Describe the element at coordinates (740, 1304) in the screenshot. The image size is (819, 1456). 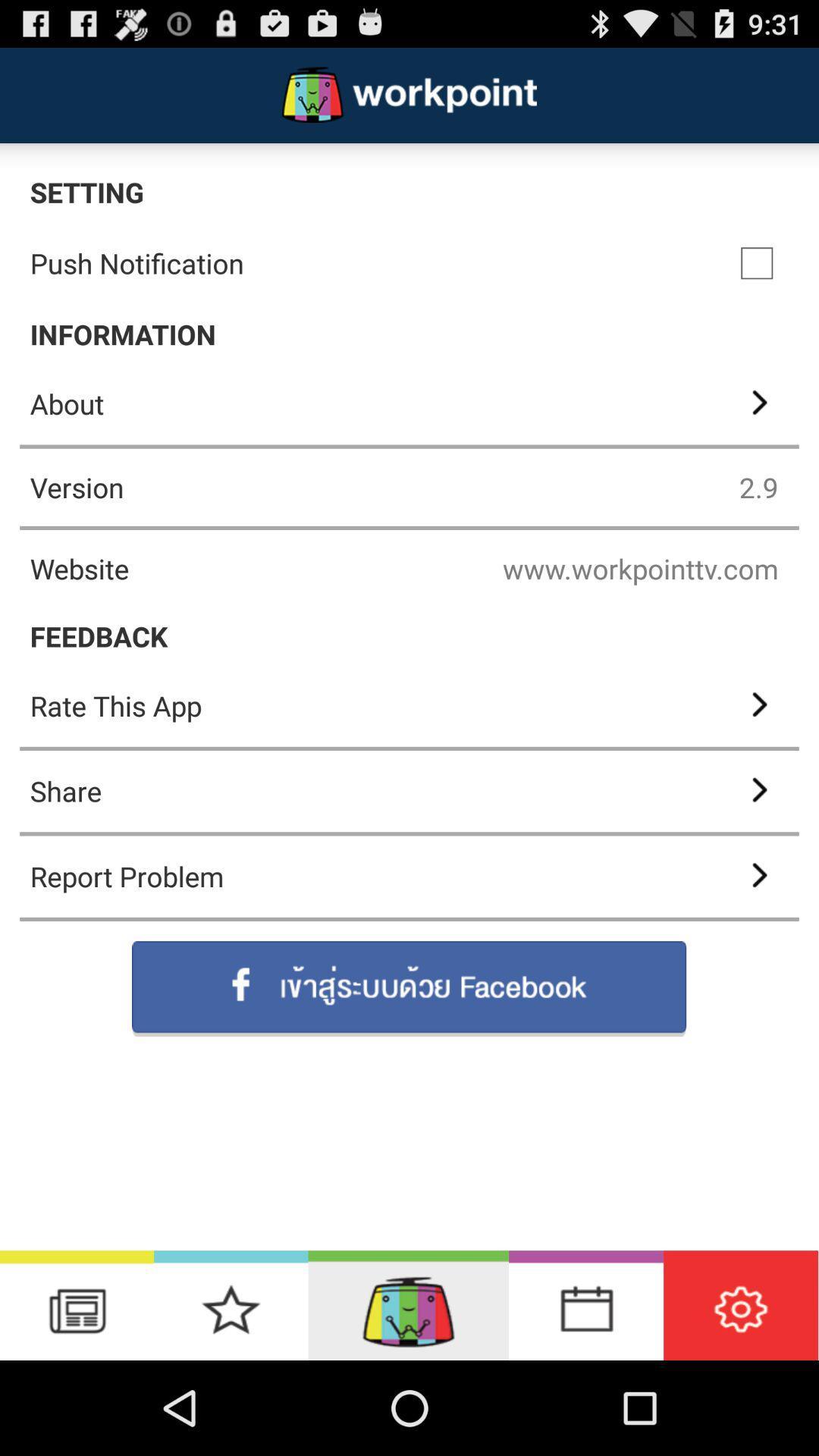
I see `click here to access settings` at that location.